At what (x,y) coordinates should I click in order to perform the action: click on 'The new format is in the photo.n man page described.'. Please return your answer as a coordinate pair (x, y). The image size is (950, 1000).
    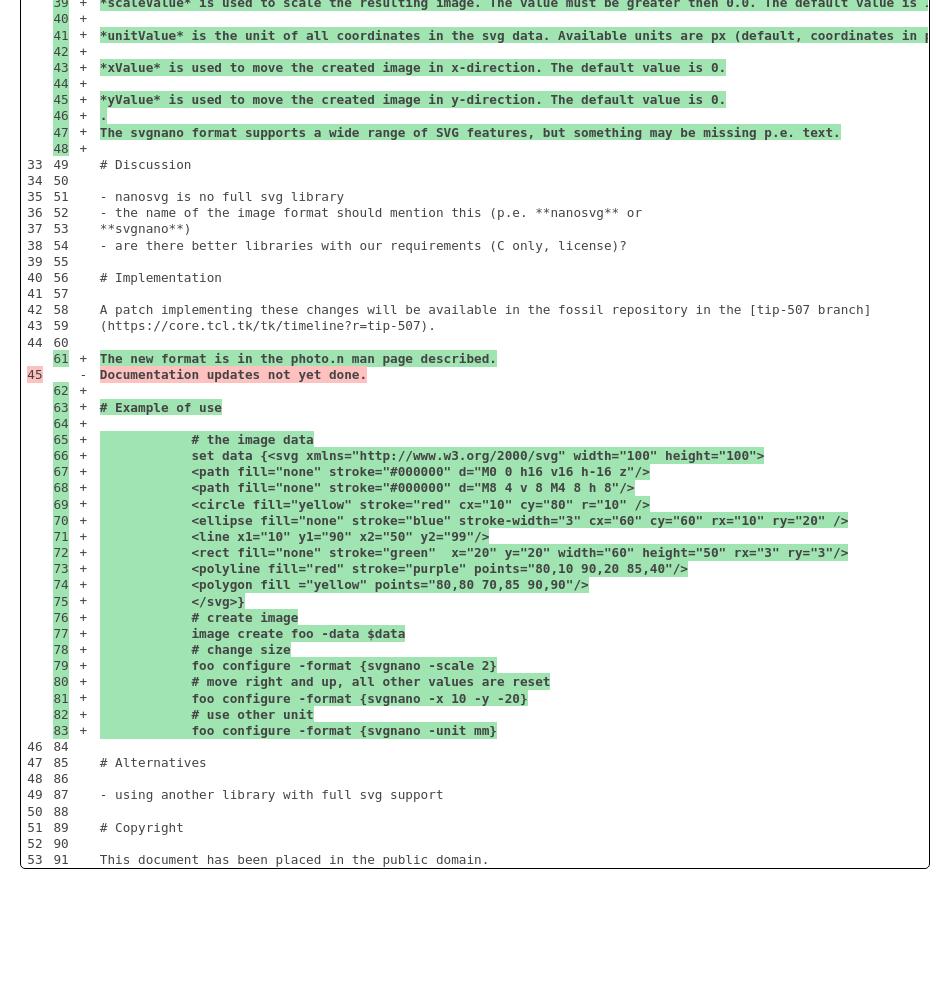
    Looking at the image, I should click on (297, 356).